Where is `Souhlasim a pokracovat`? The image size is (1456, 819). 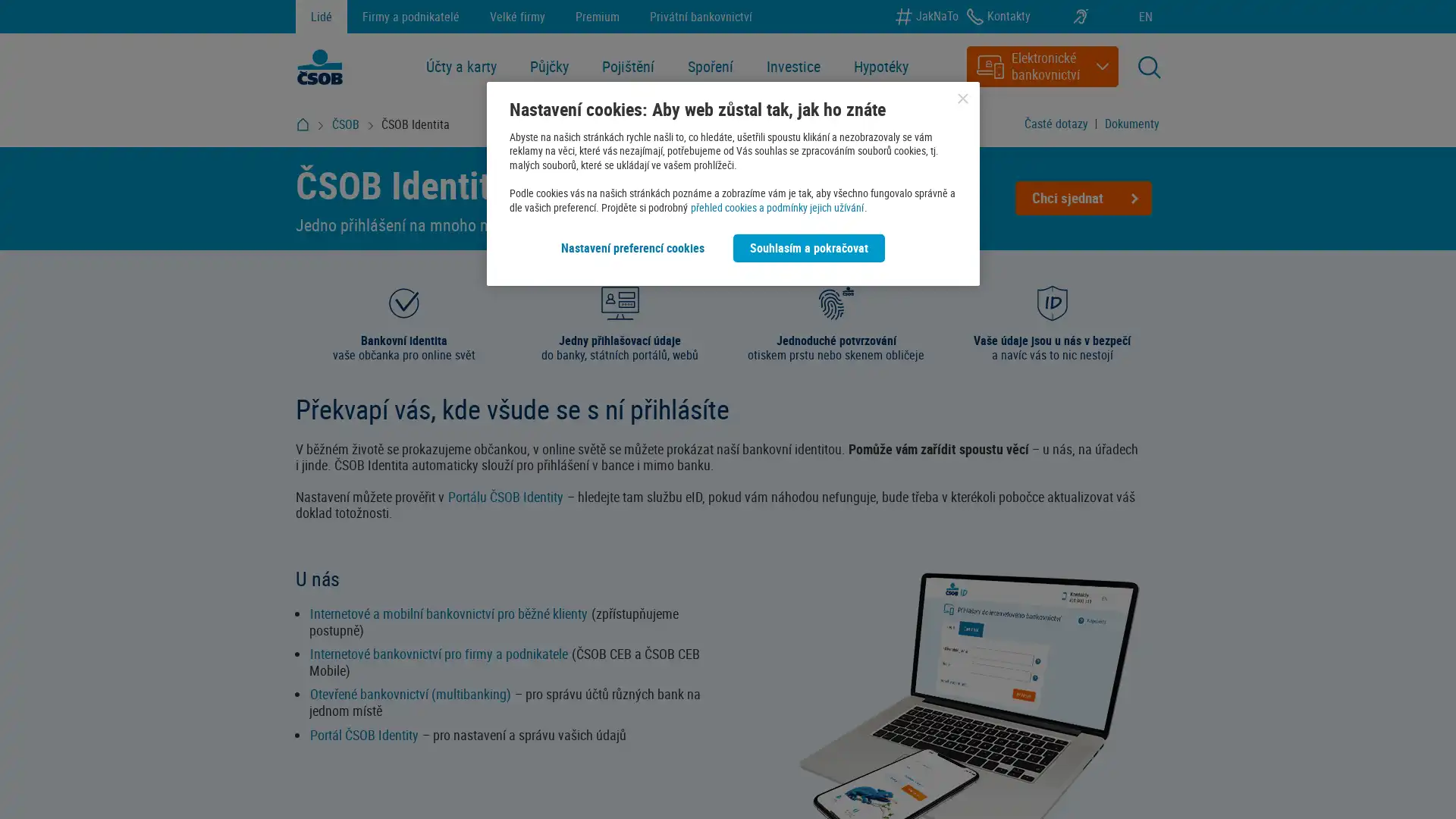
Souhlasim a pokracovat is located at coordinates (808, 247).